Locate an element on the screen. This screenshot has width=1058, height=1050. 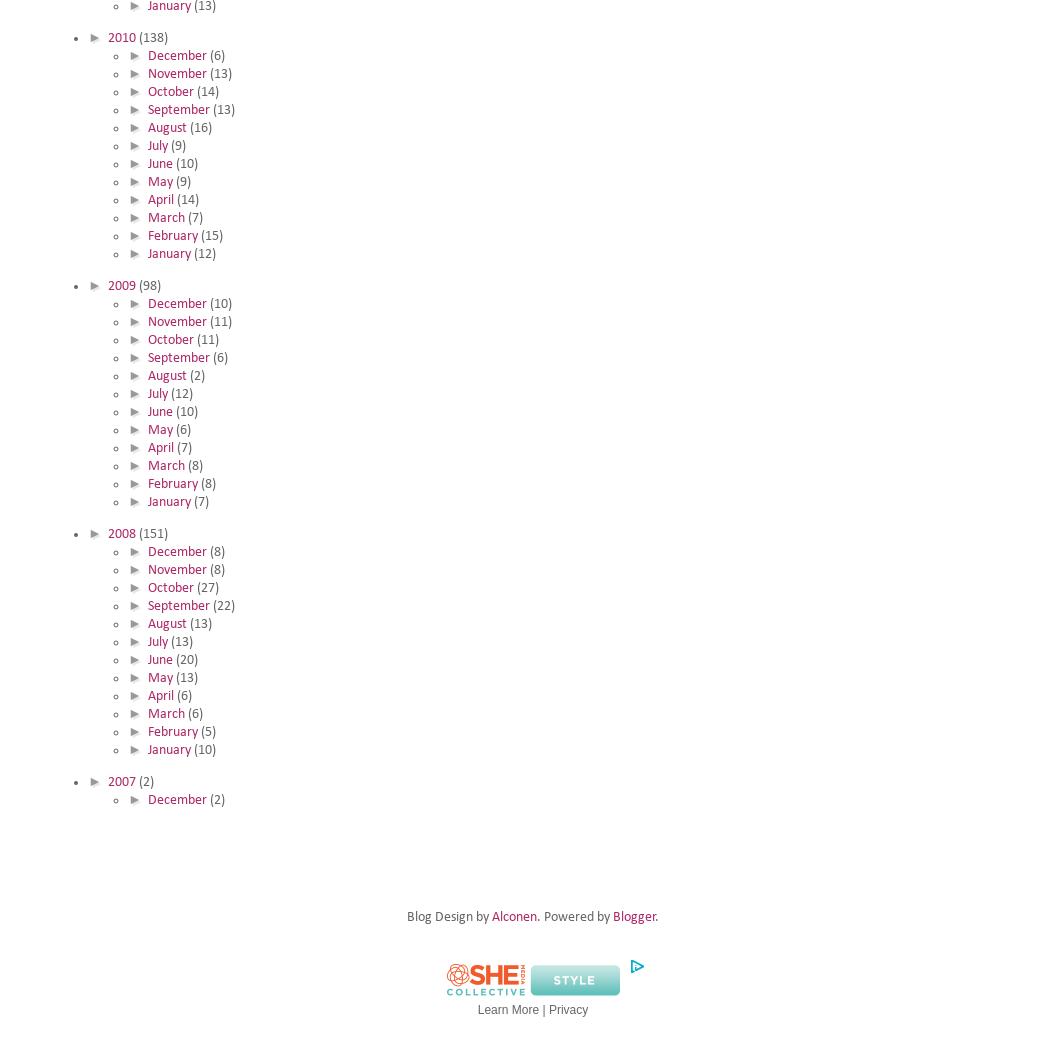
'Learn More' is located at coordinates (507, 1009).